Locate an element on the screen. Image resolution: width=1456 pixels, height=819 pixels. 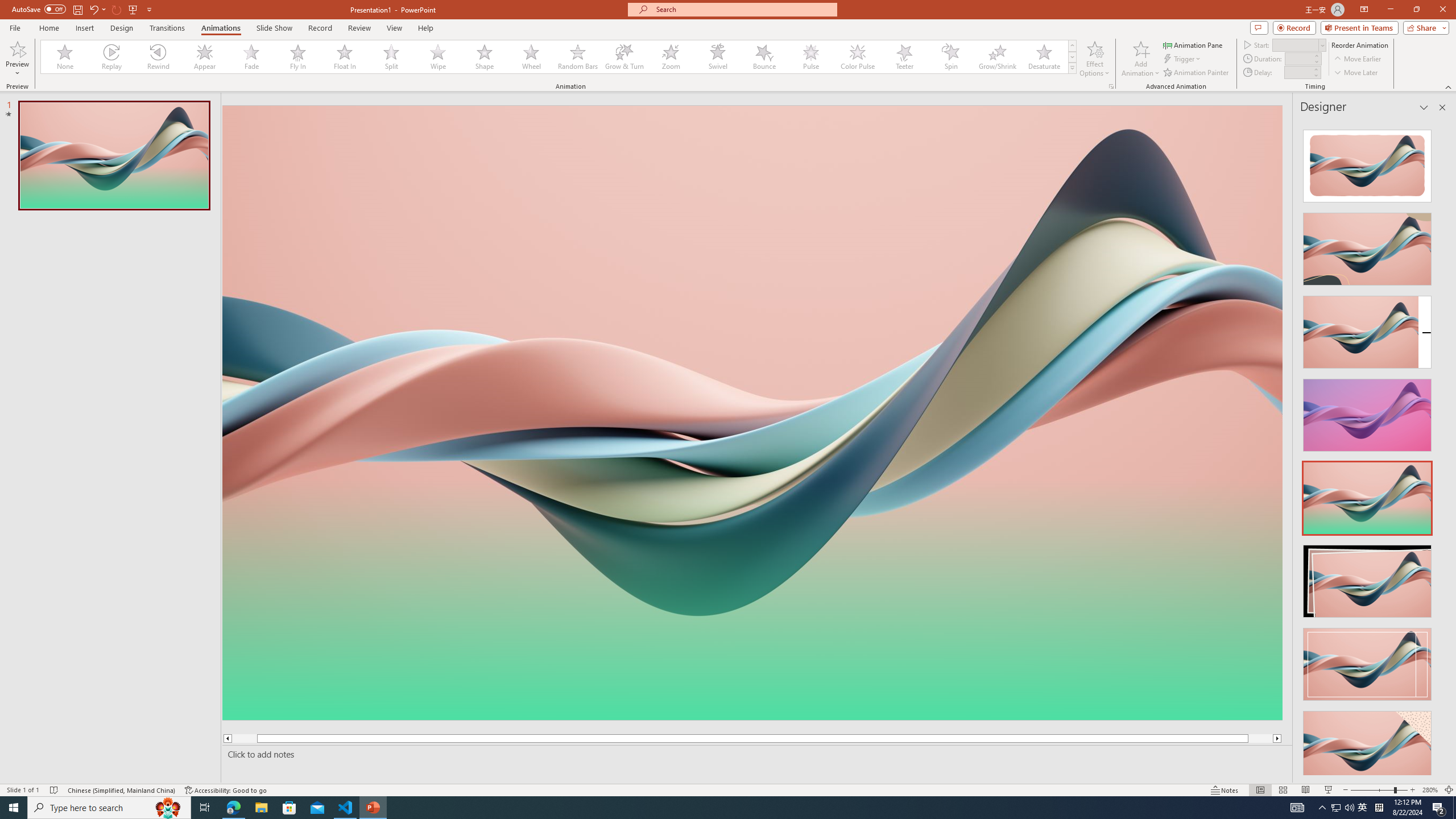
'Class: NetUIScrollBar' is located at coordinates (1441, 447).